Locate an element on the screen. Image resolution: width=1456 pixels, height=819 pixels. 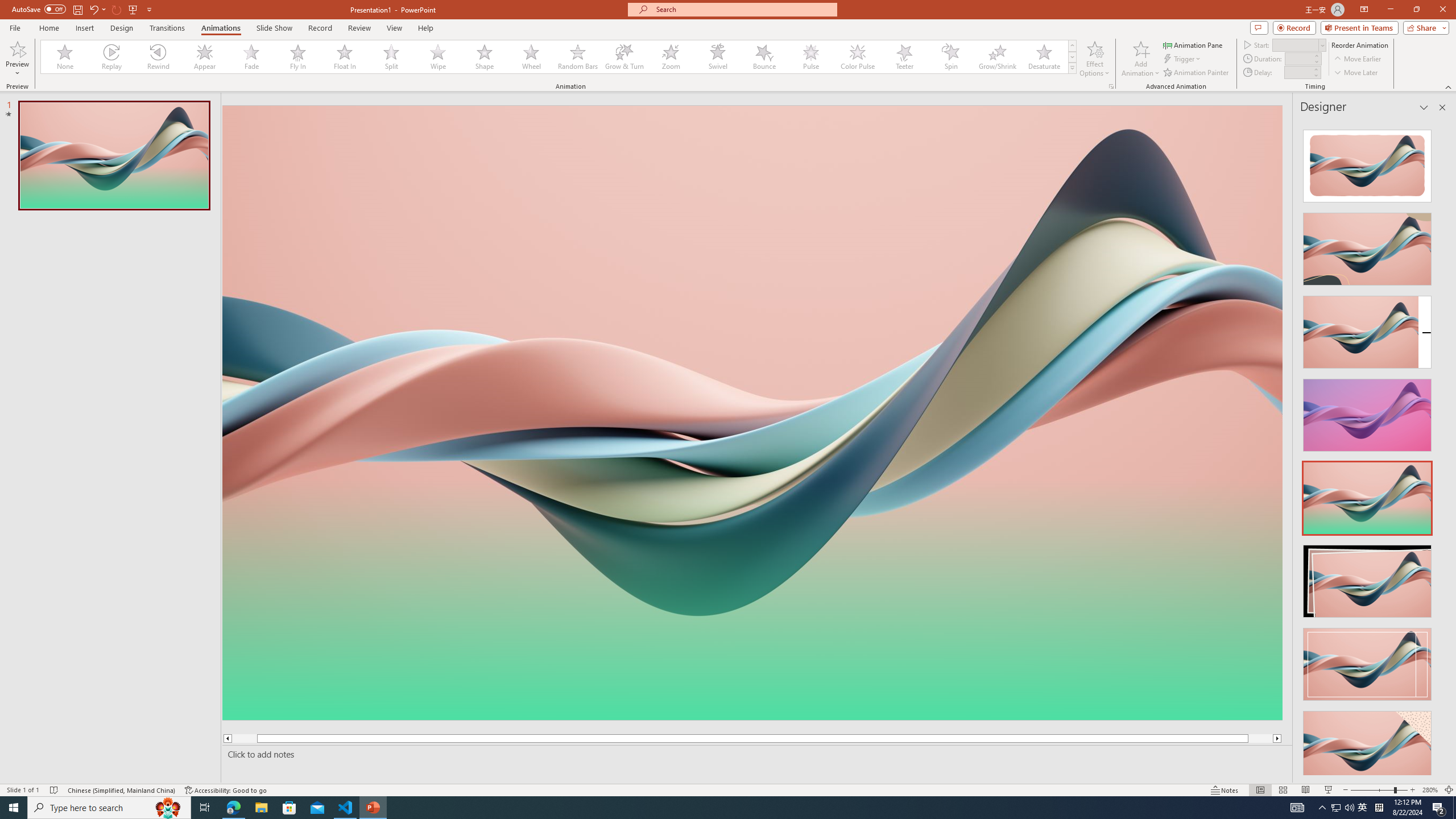
'Class: NetUIScrollBar' is located at coordinates (1441, 447).